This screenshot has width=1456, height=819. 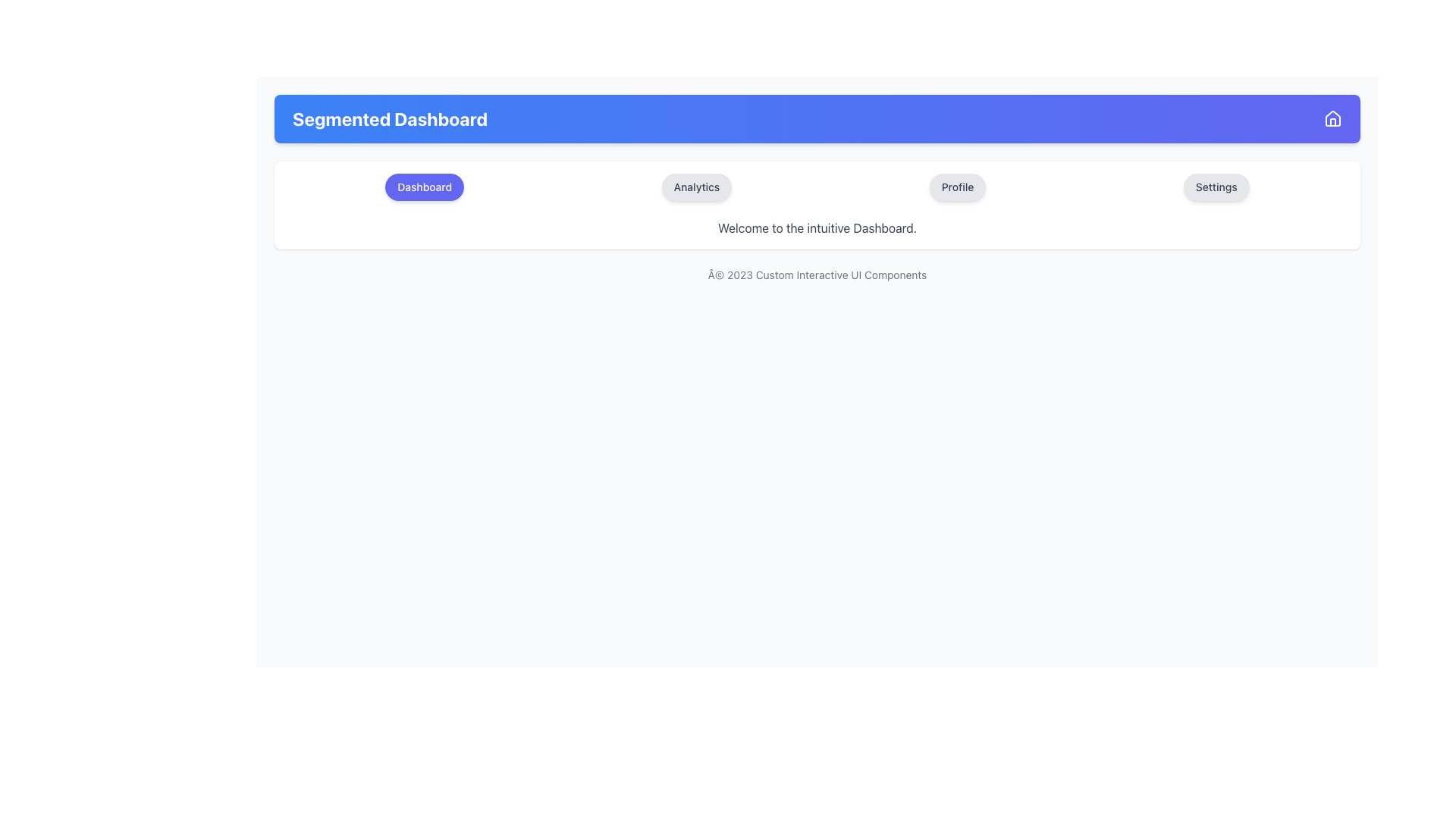 I want to click on the 'Settings' button located in the horizontal menu bar, so click(x=1216, y=186).